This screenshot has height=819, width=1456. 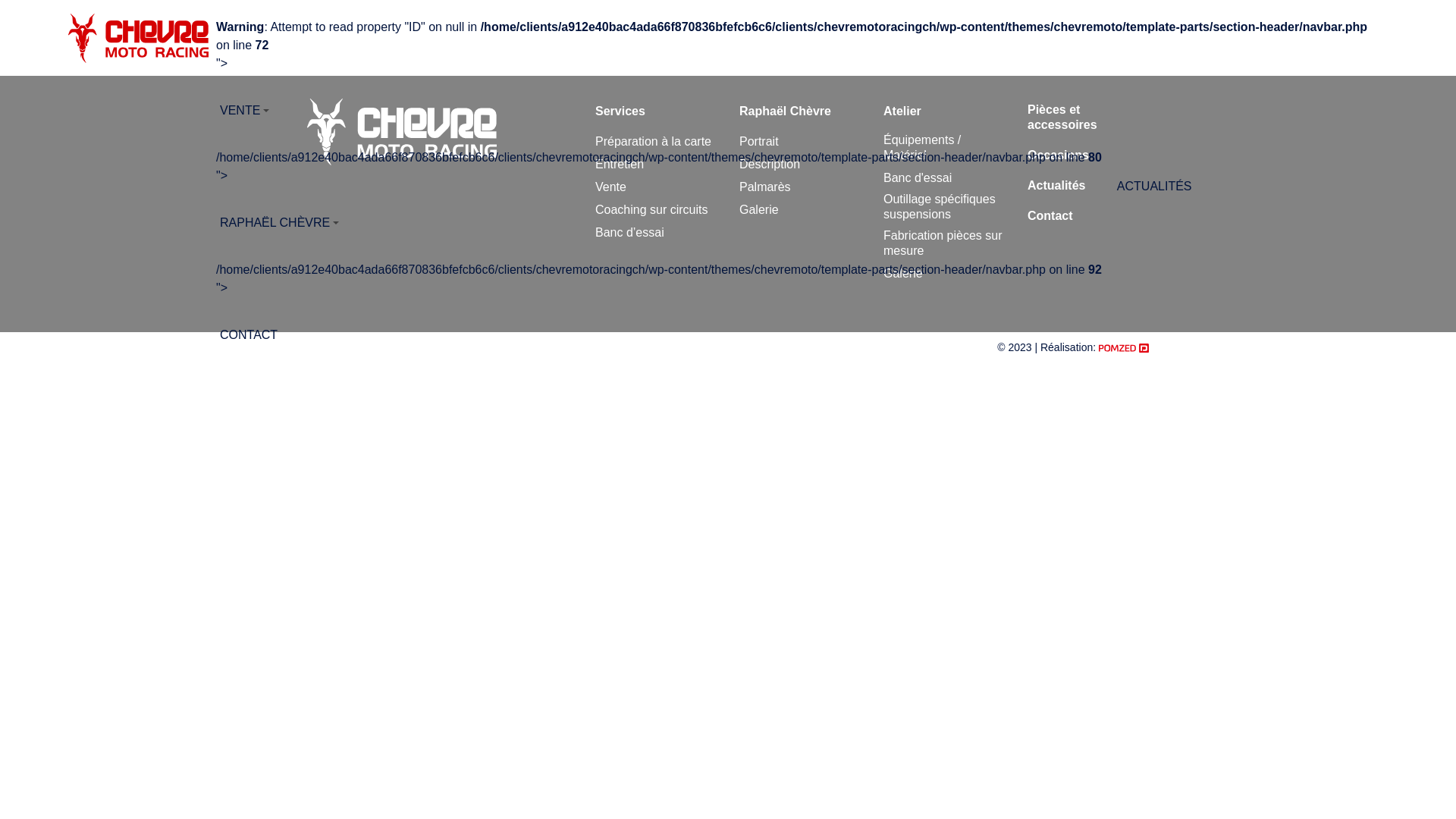 What do you see at coordinates (610, 186) in the screenshot?
I see `'Vente'` at bounding box center [610, 186].